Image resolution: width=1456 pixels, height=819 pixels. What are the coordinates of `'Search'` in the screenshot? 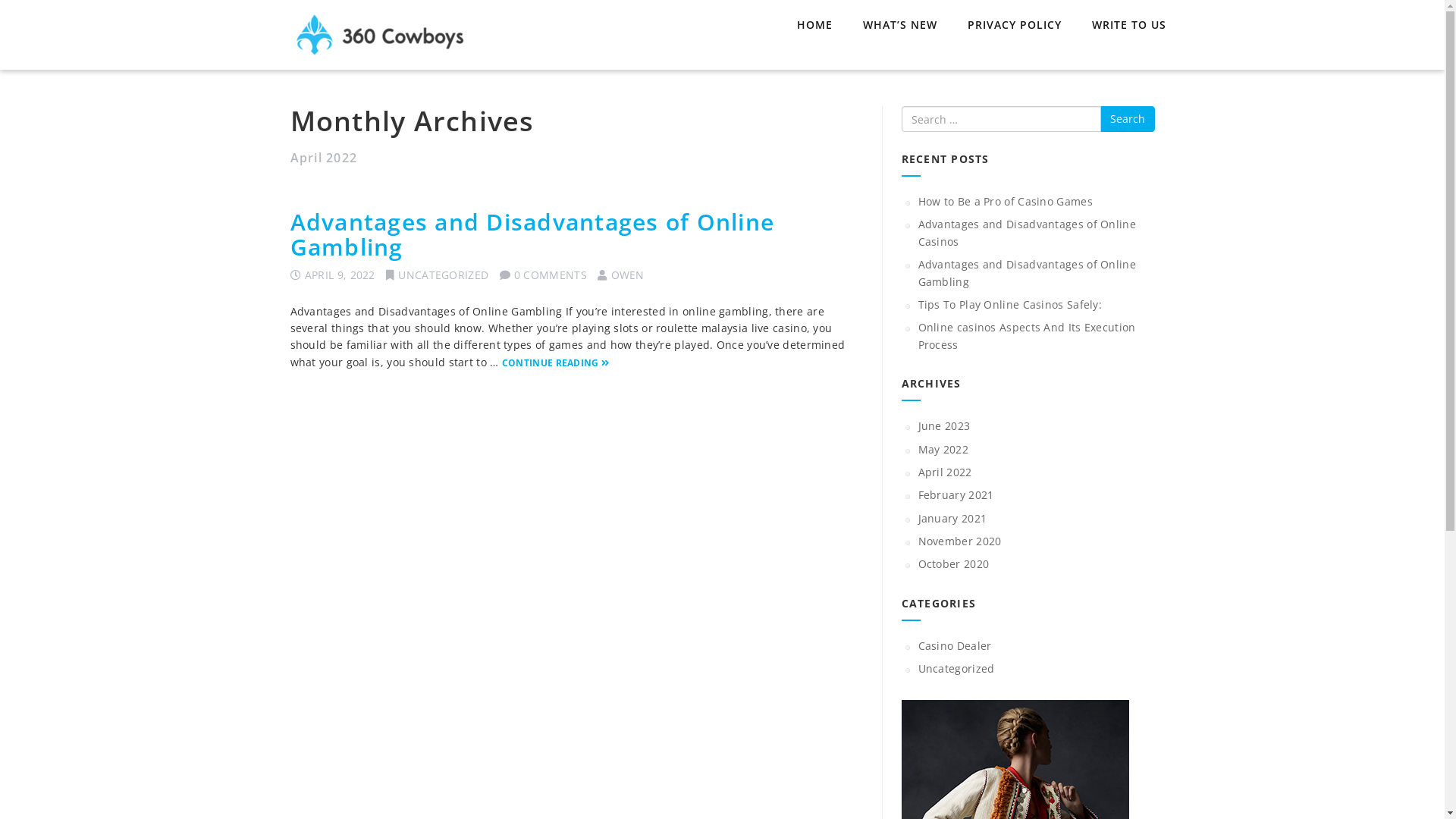 It's located at (1127, 118).